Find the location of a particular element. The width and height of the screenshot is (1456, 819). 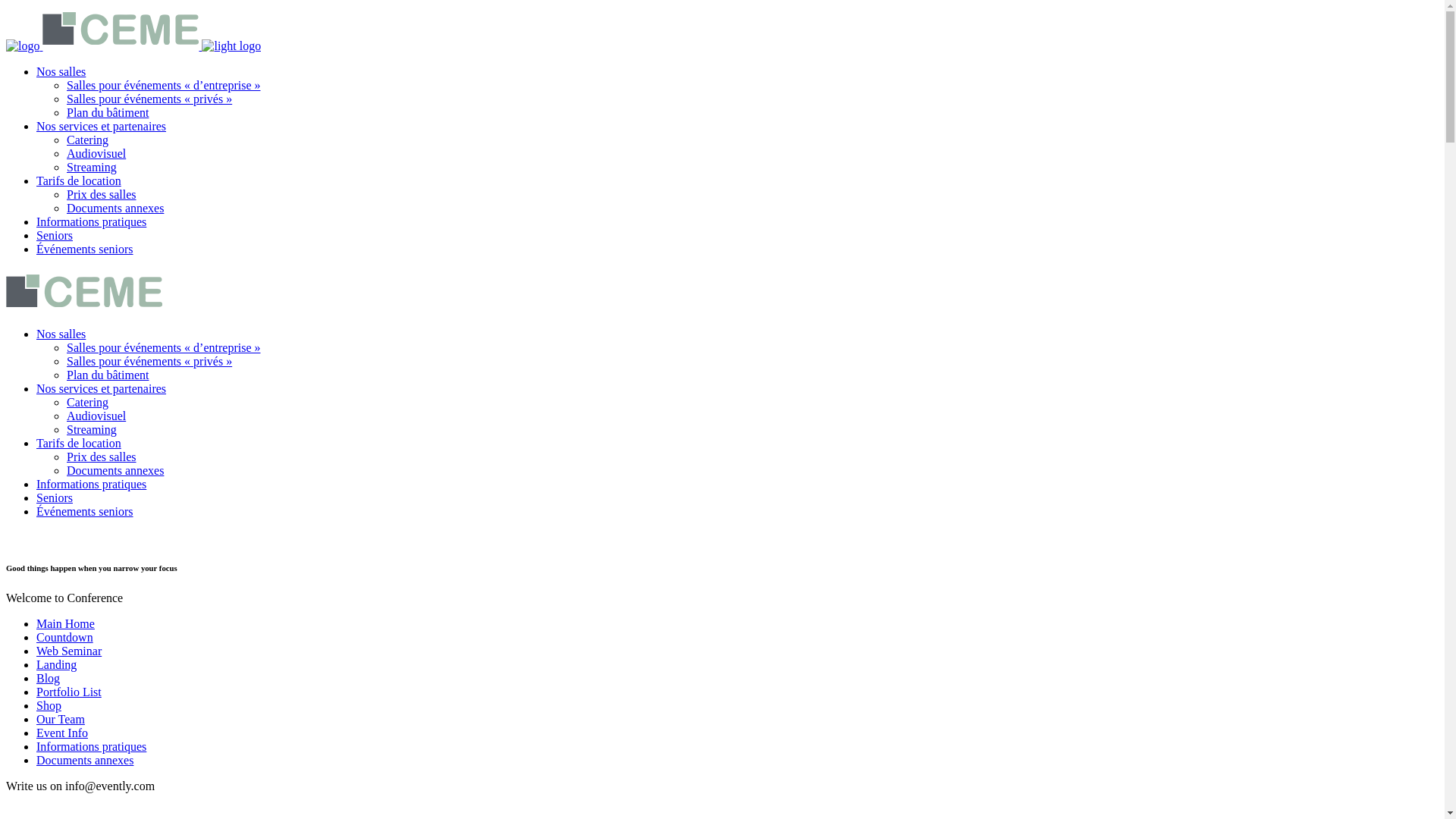

'Seniors' is located at coordinates (55, 235).